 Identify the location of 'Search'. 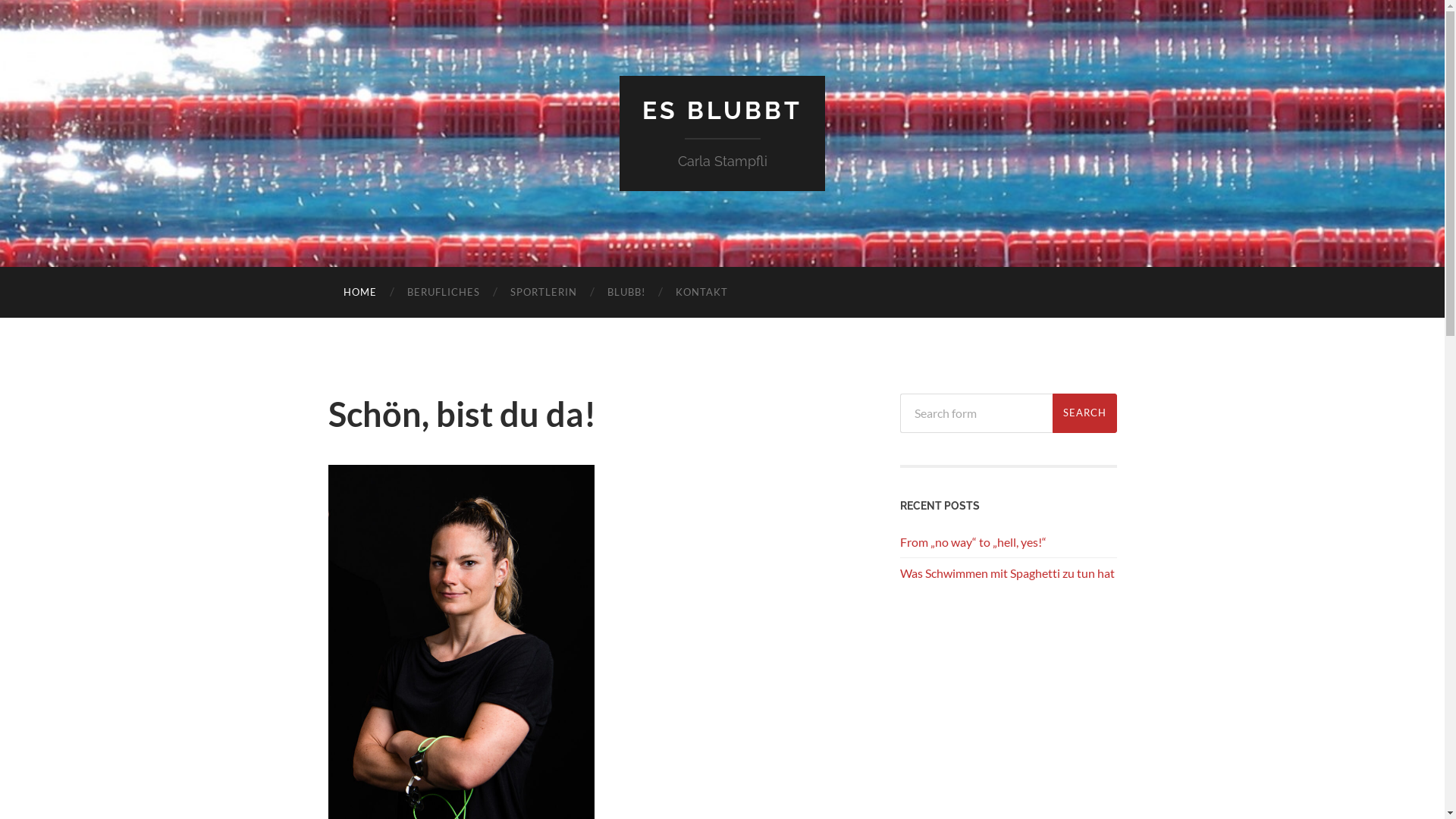
(1084, 412).